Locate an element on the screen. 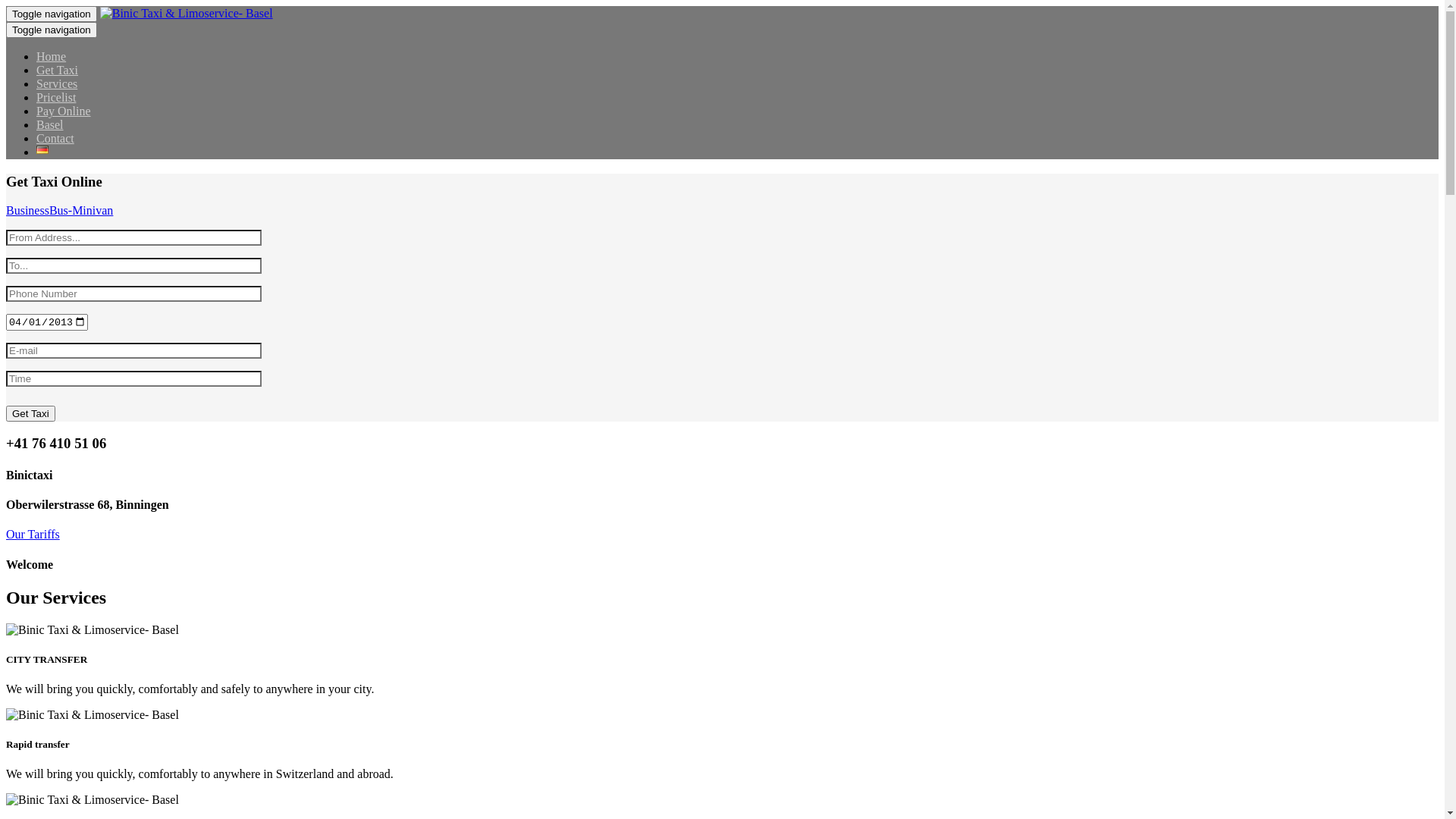 This screenshot has height=819, width=1456. 'Get Taxi' is located at coordinates (57, 70).